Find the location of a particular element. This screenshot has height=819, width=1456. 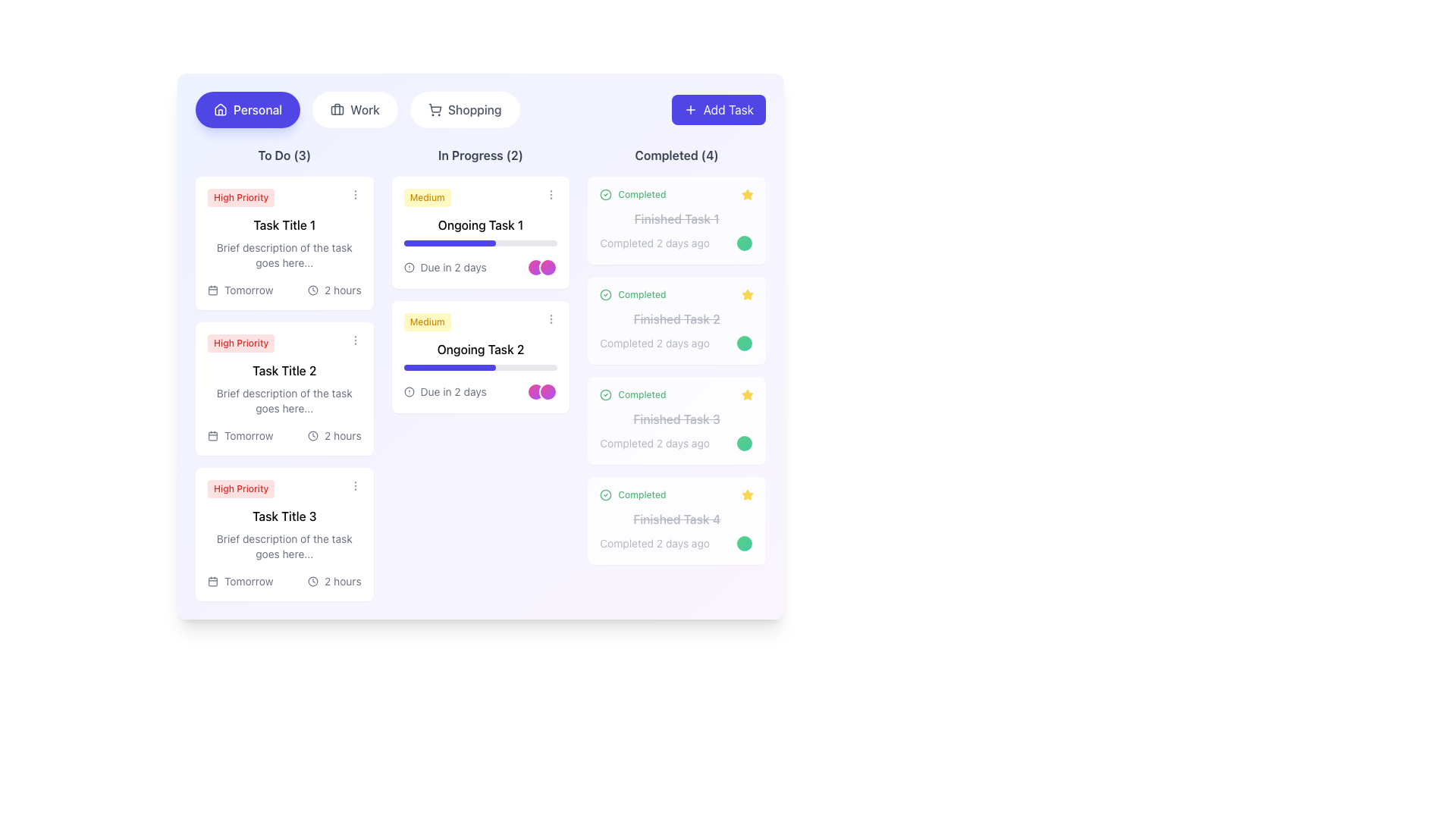

the 'Completed' text label with a checkmark icon located in the third task card of the 'Completed' column is located at coordinates (633, 394).